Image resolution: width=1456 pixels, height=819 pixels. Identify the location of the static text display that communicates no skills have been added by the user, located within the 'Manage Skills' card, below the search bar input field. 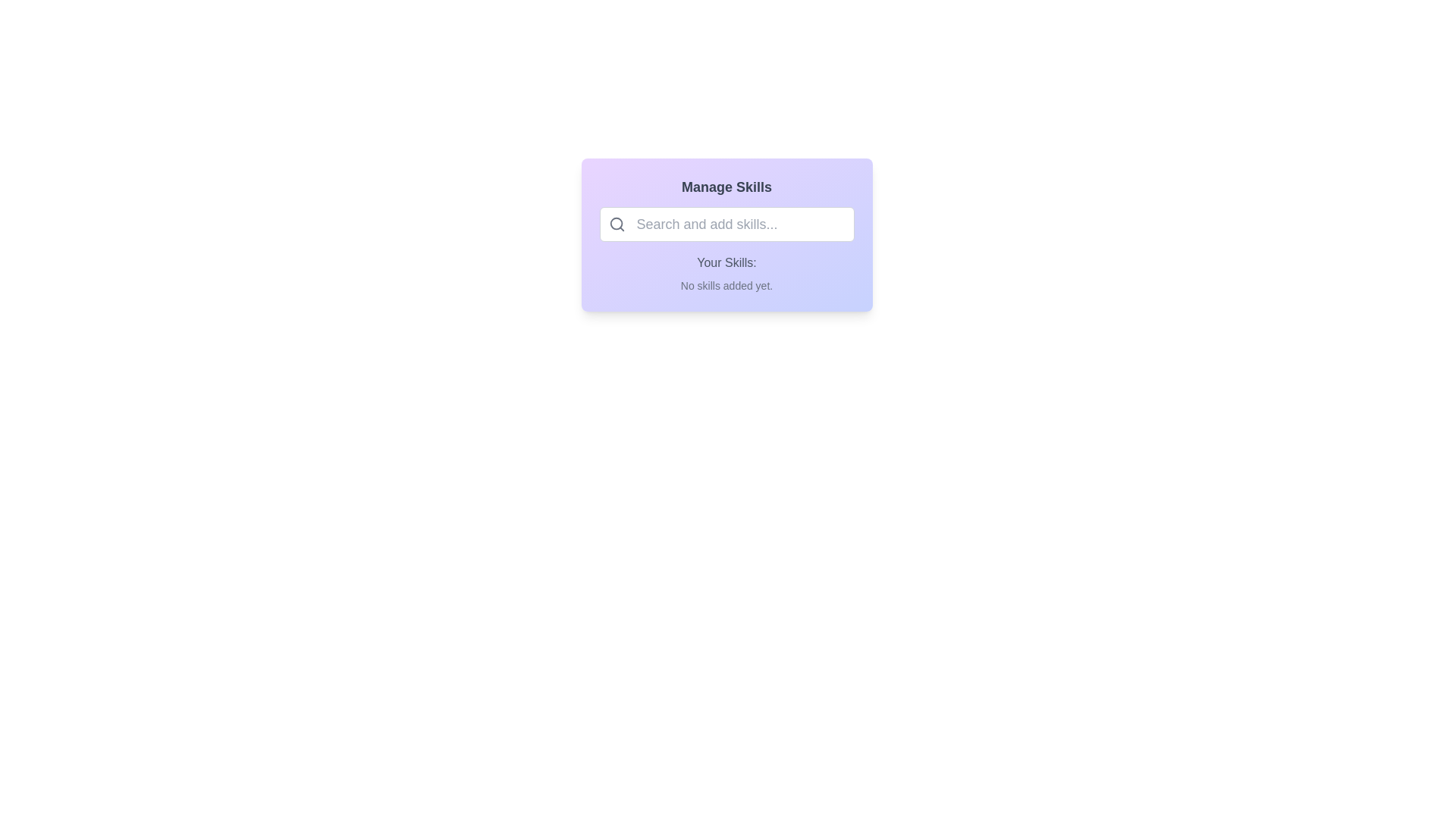
(726, 274).